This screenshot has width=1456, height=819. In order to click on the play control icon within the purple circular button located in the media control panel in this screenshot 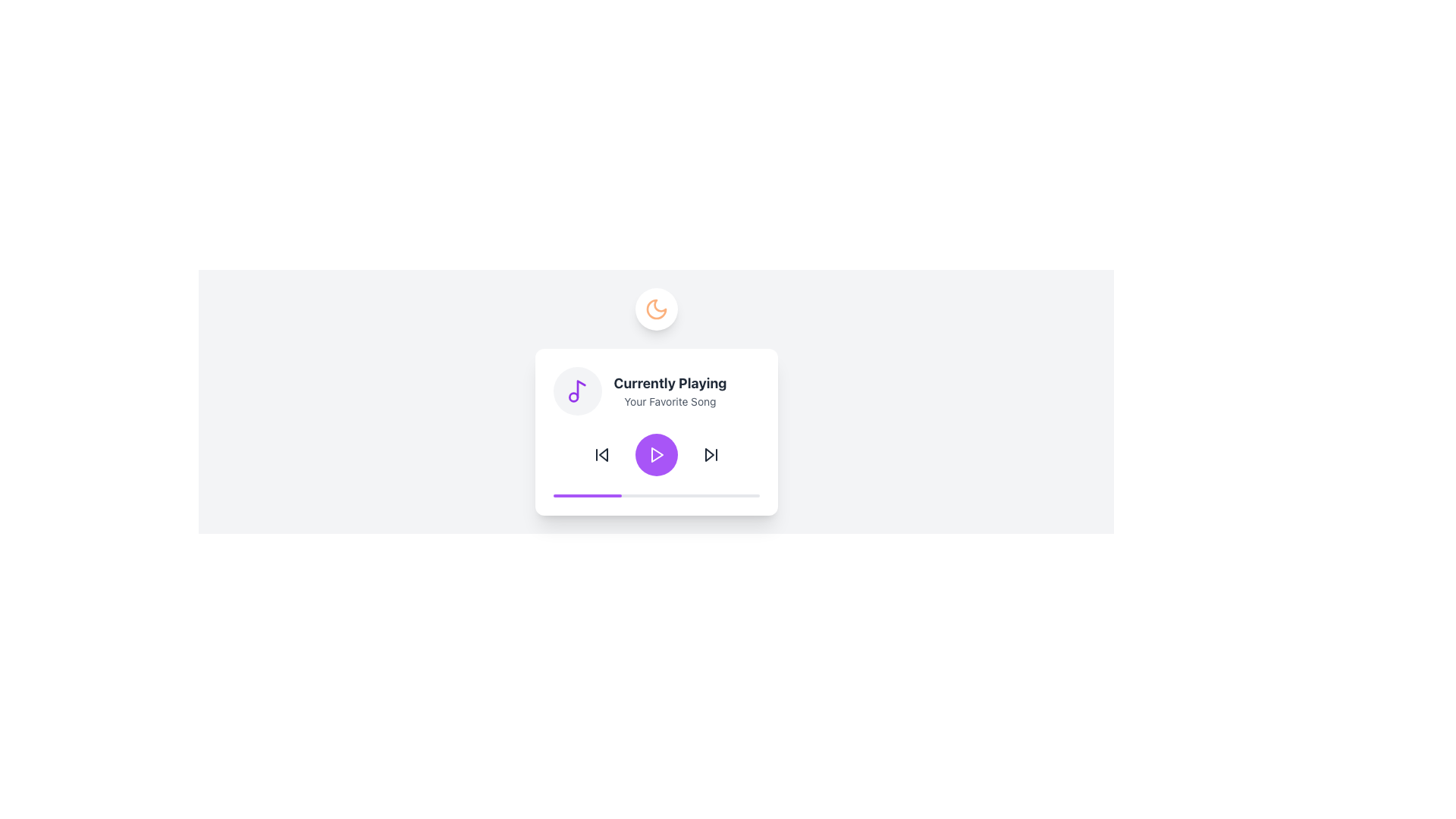, I will do `click(657, 454)`.